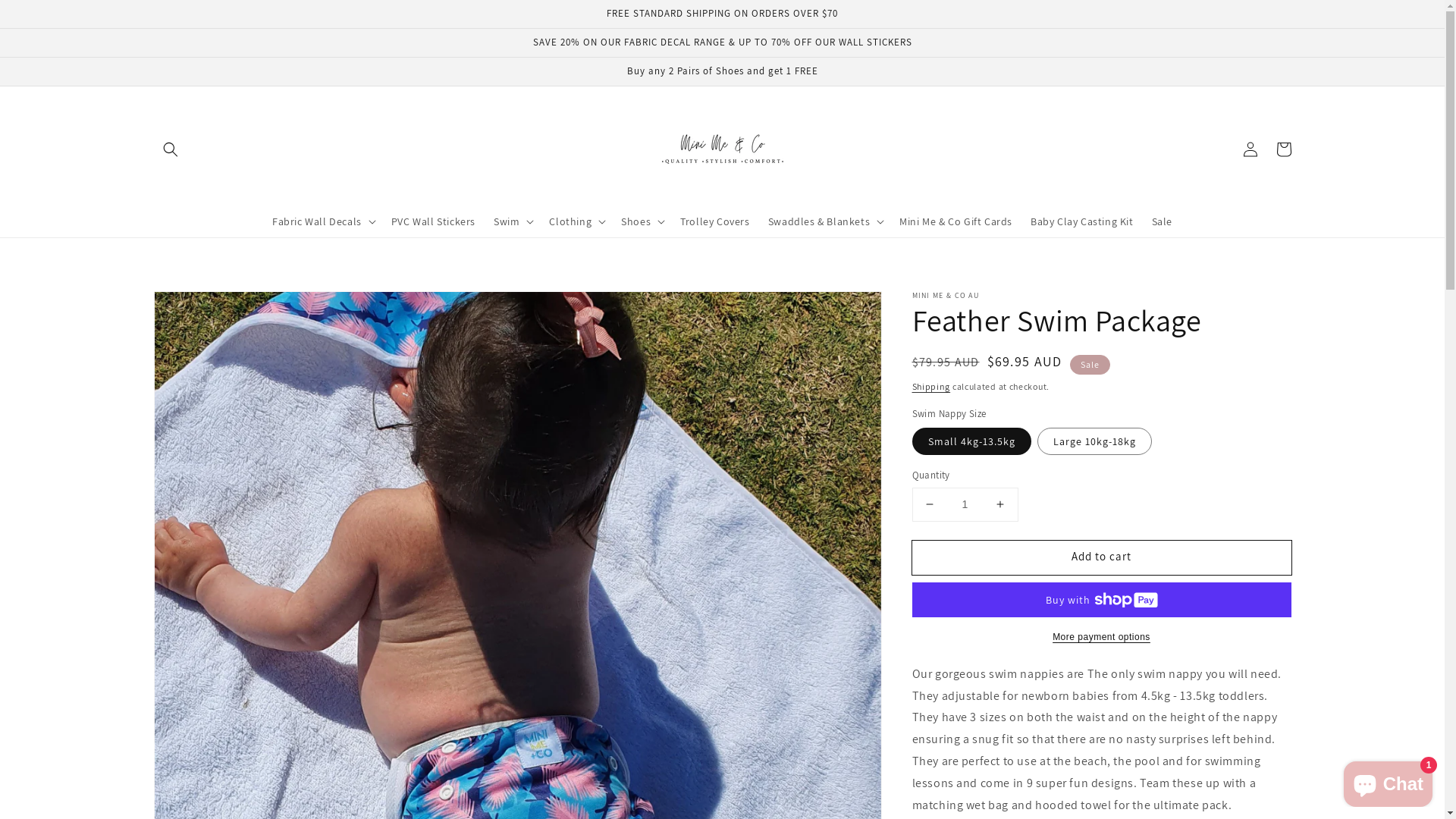  Describe the element at coordinates (1249, 149) in the screenshot. I see `'Log in'` at that location.